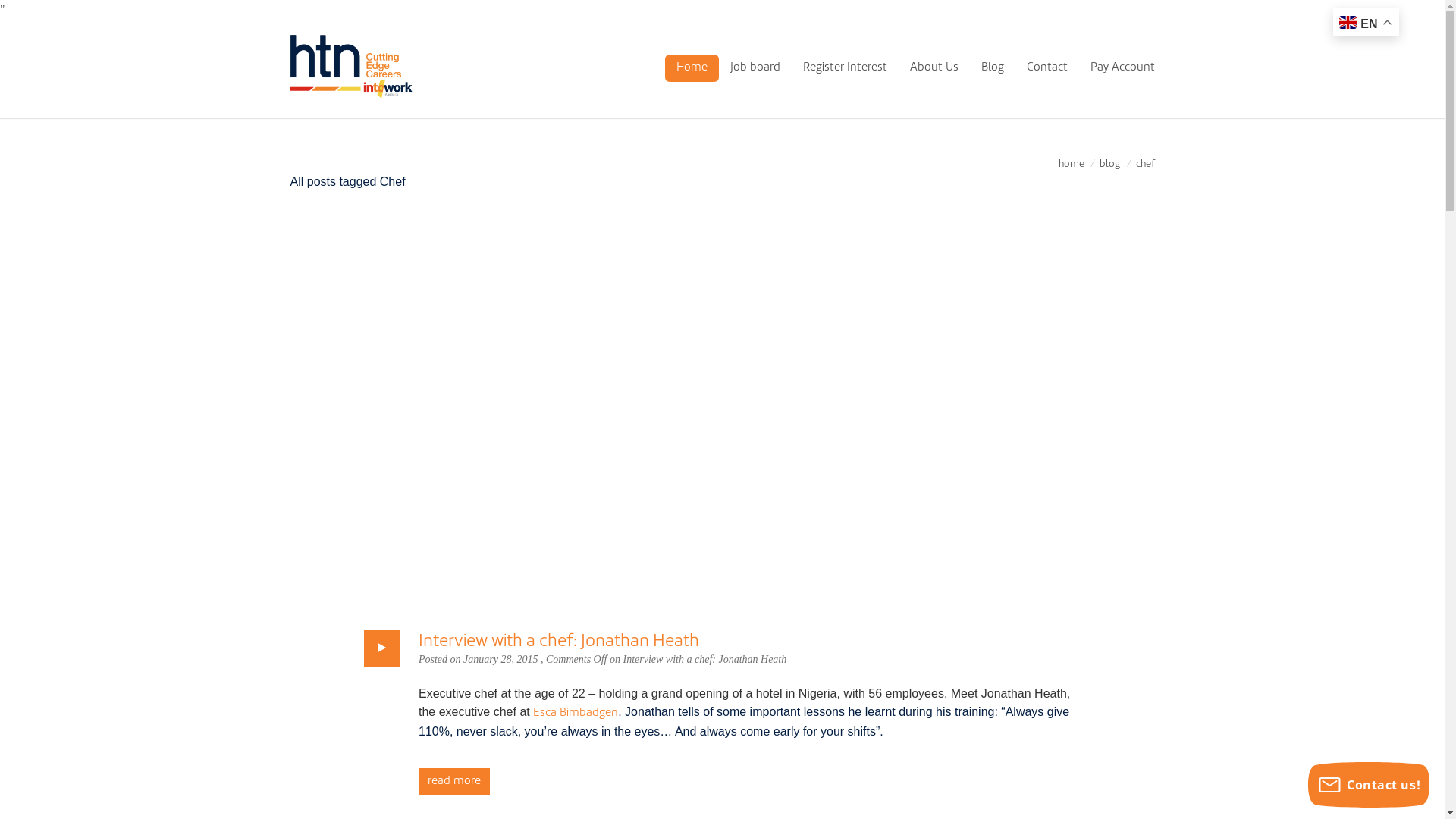  I want to click on 'Contact us!', so click(1368, 784).